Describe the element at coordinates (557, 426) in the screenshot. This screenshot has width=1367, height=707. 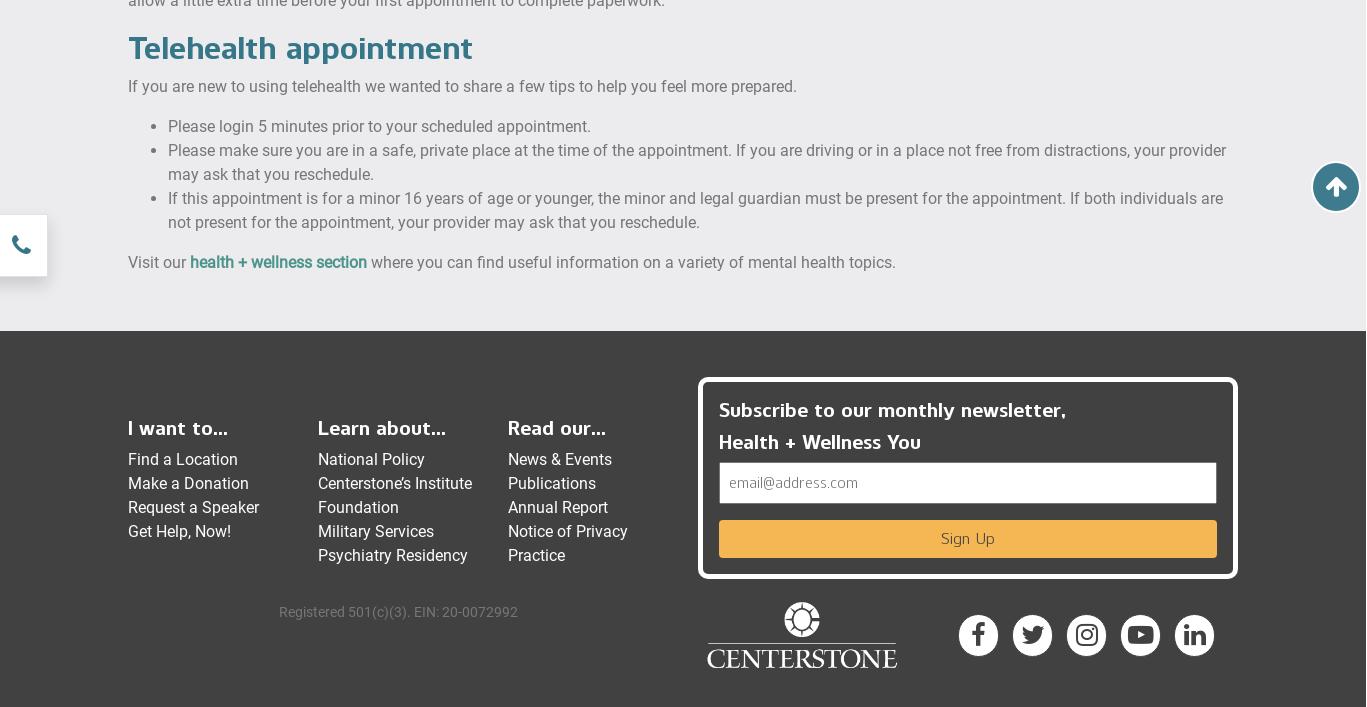
I see `'Read our...'` at that location.